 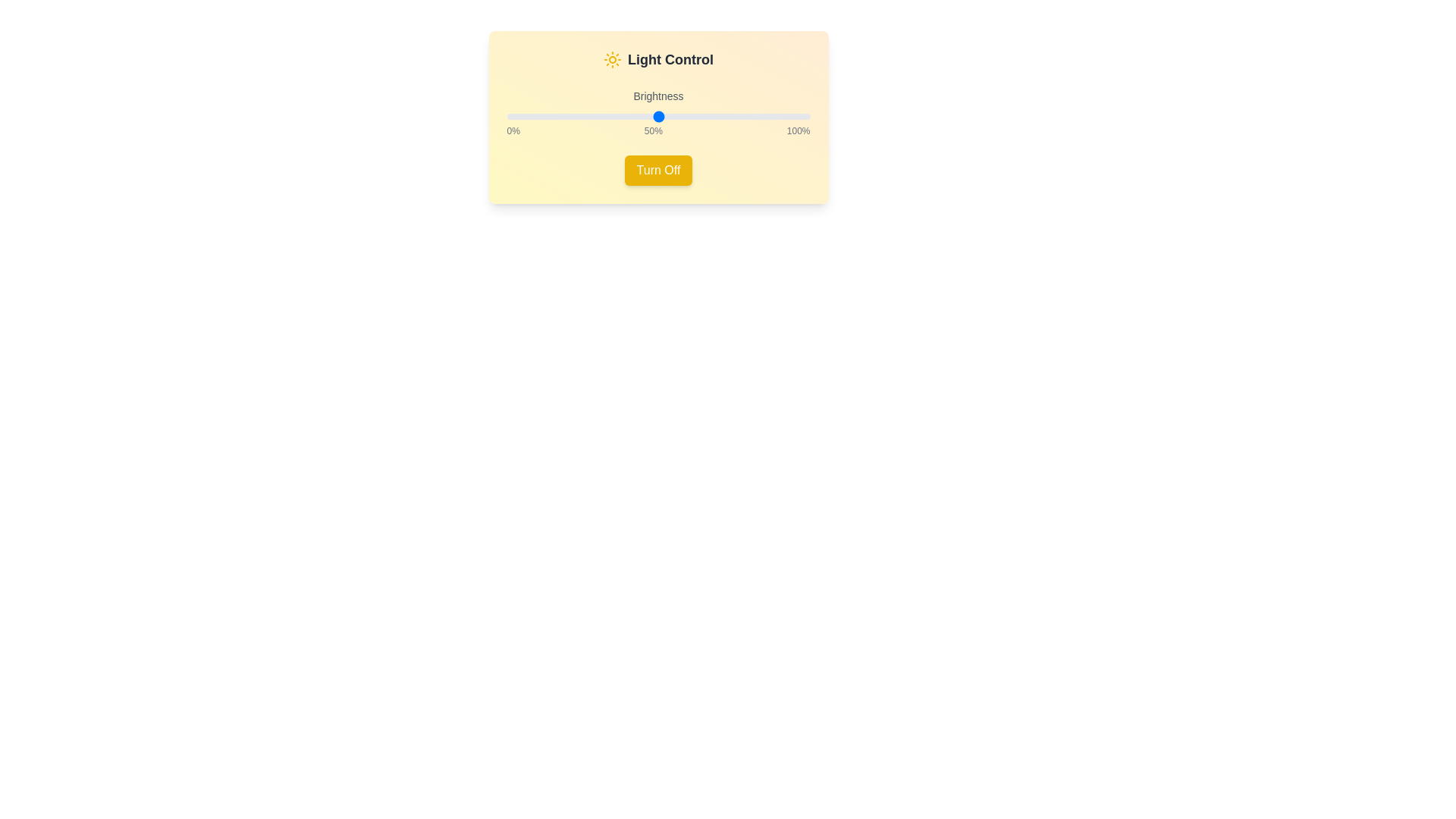 What do you see at coordinates (513, 130) in the screenshot?
I see `the text label indicating the minimum value of the brightness slider control, which displays '0% brightness'` at bounding box center [513, 130].